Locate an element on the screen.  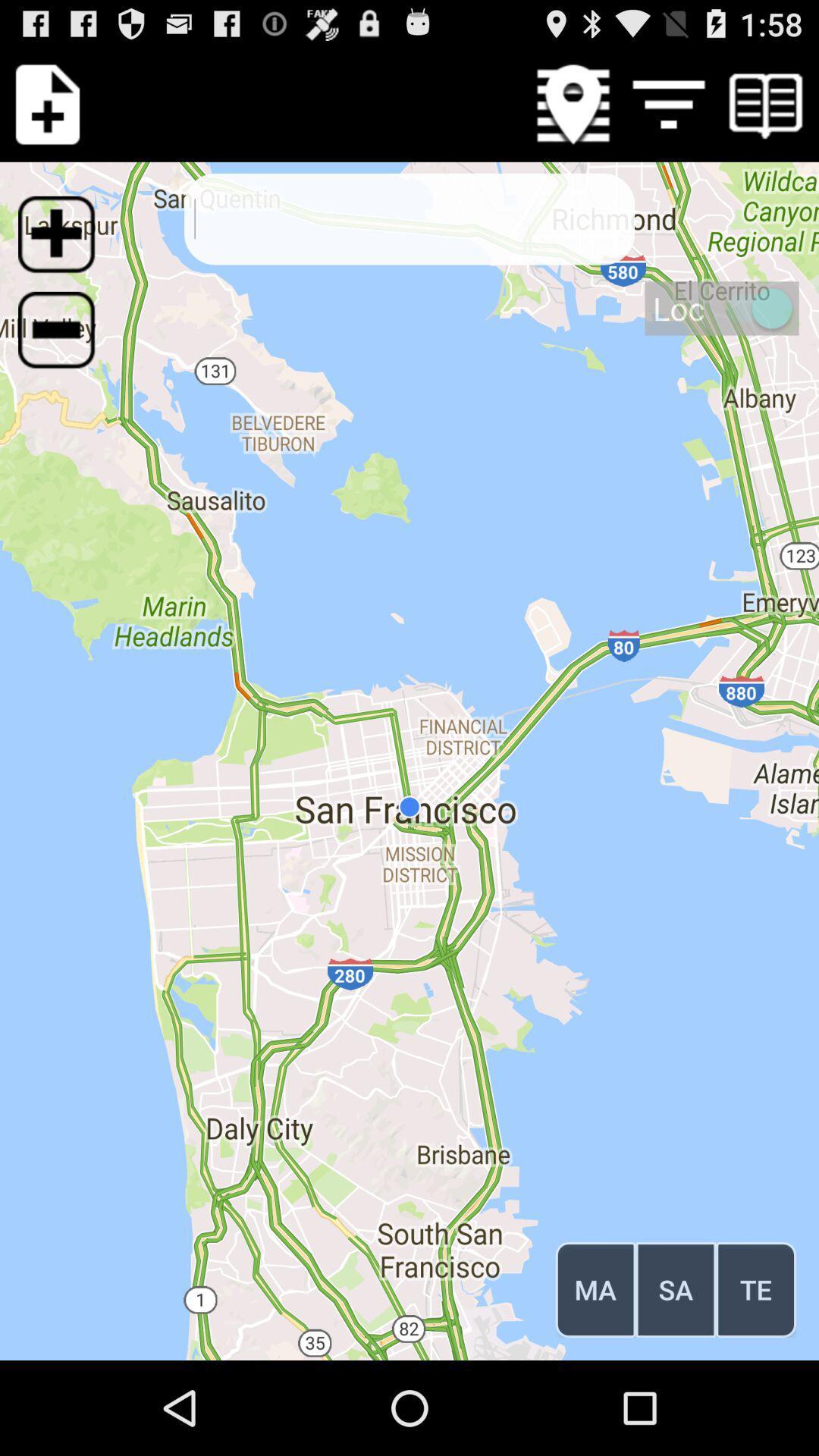
ma item is located at coordinates (595, 1288).